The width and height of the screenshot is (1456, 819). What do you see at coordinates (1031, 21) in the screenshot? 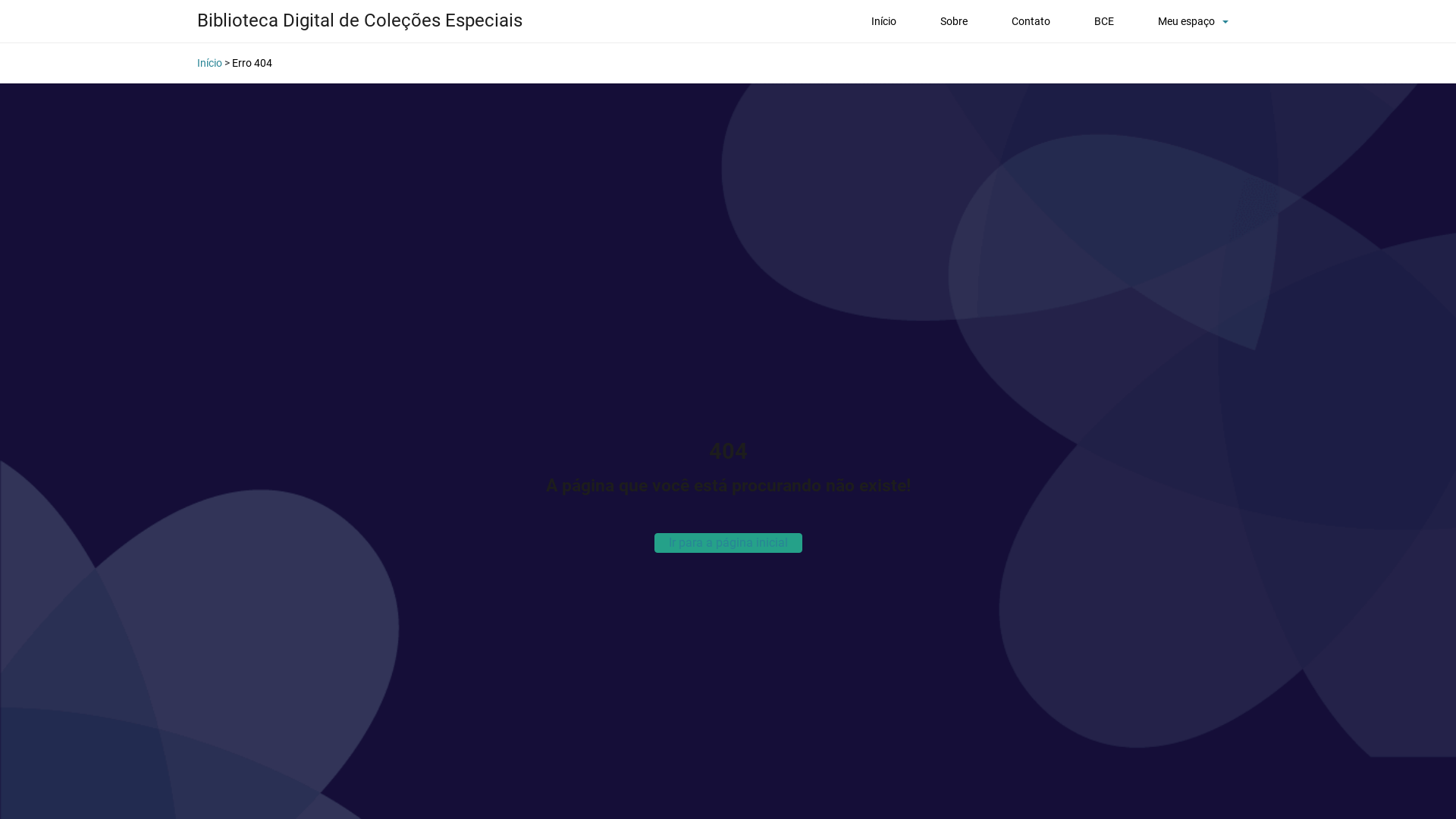
I see `'Contato'` at bounding box center [1031, 21].